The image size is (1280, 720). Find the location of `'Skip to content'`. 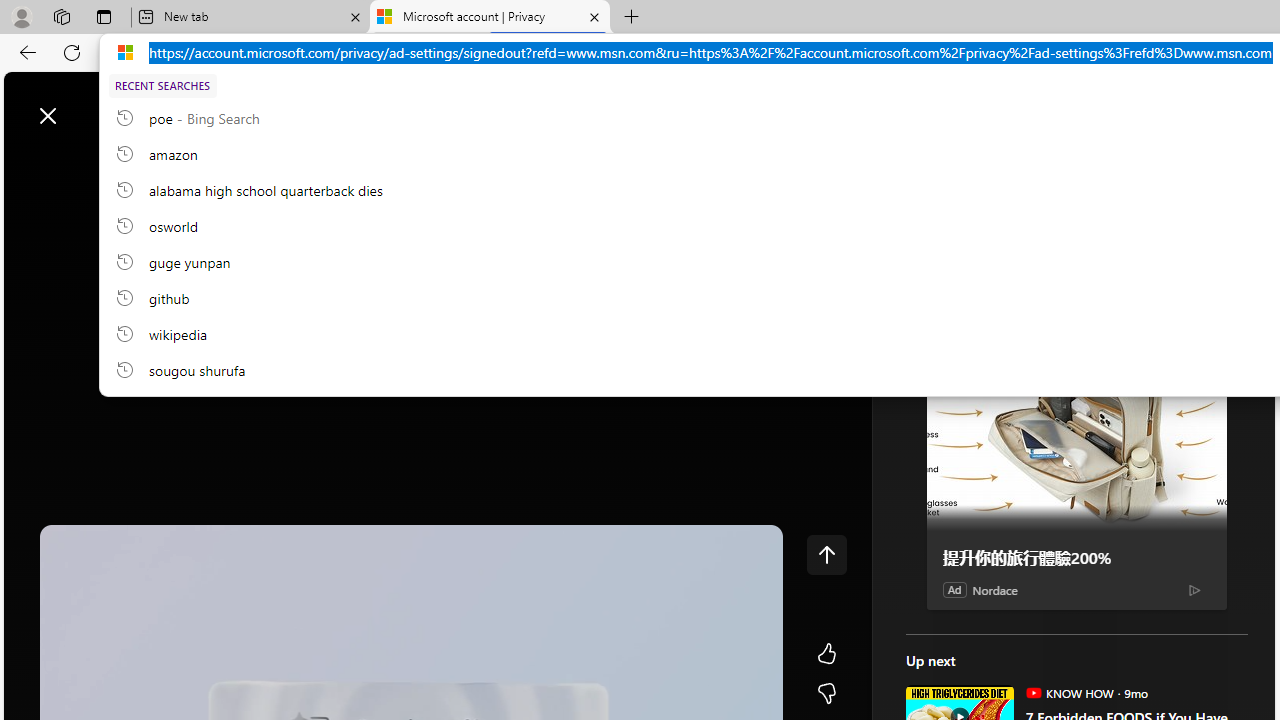

'Skip to content' is located at coordinates (86, 105).